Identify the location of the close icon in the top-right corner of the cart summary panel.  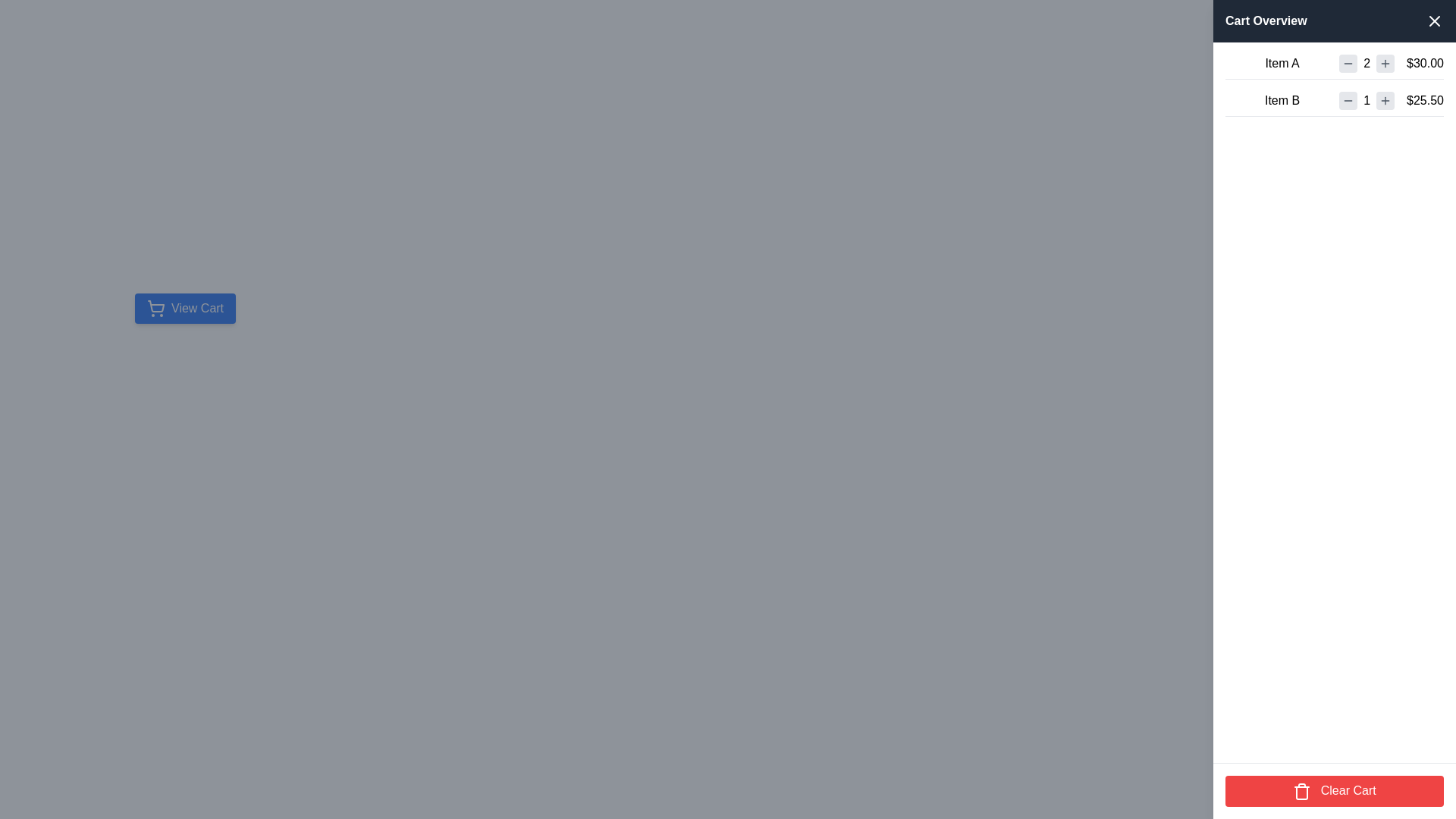
(1433, 20).